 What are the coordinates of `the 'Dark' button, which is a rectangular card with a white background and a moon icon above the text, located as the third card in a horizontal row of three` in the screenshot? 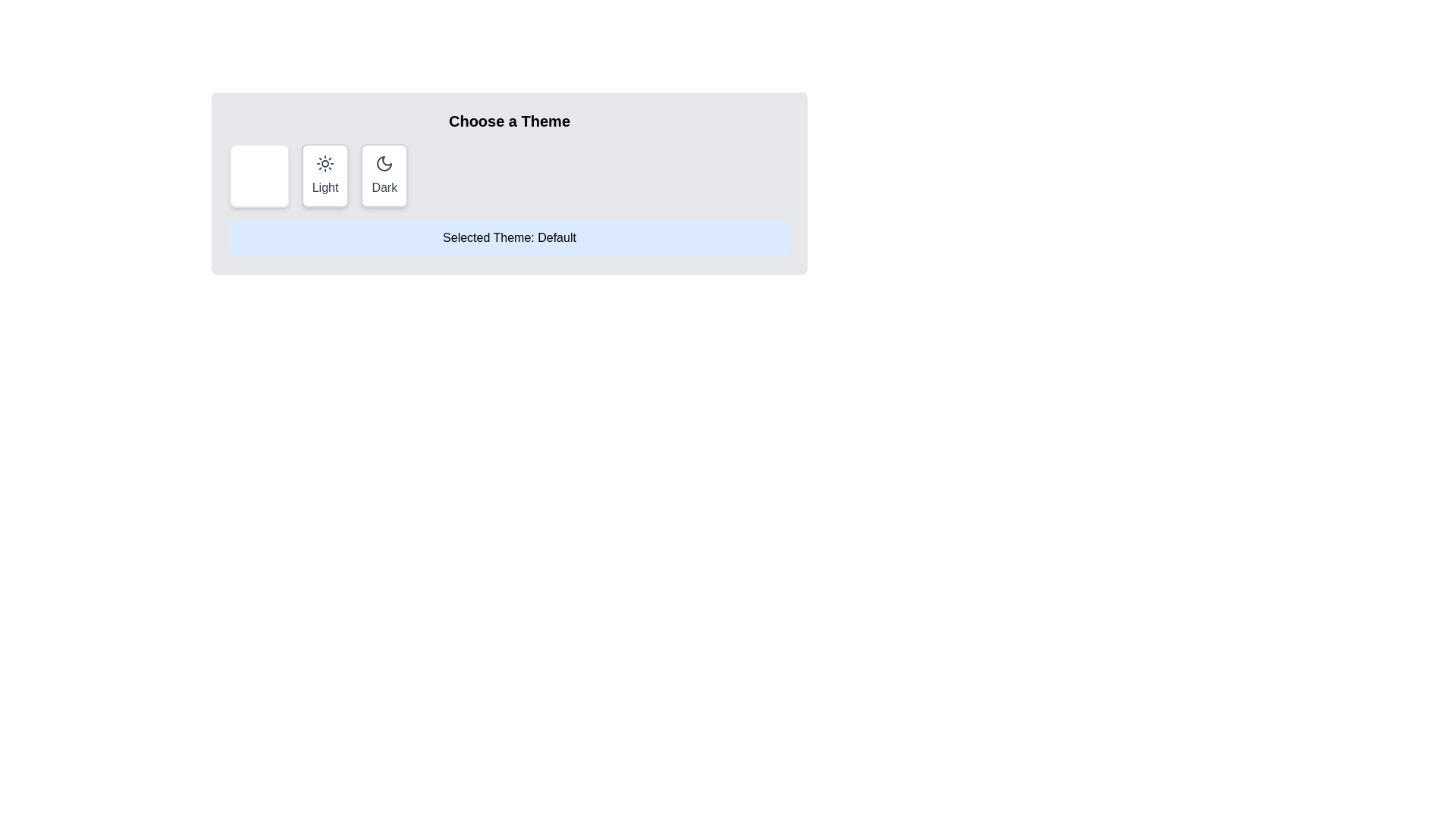 It's located at (384, 174).